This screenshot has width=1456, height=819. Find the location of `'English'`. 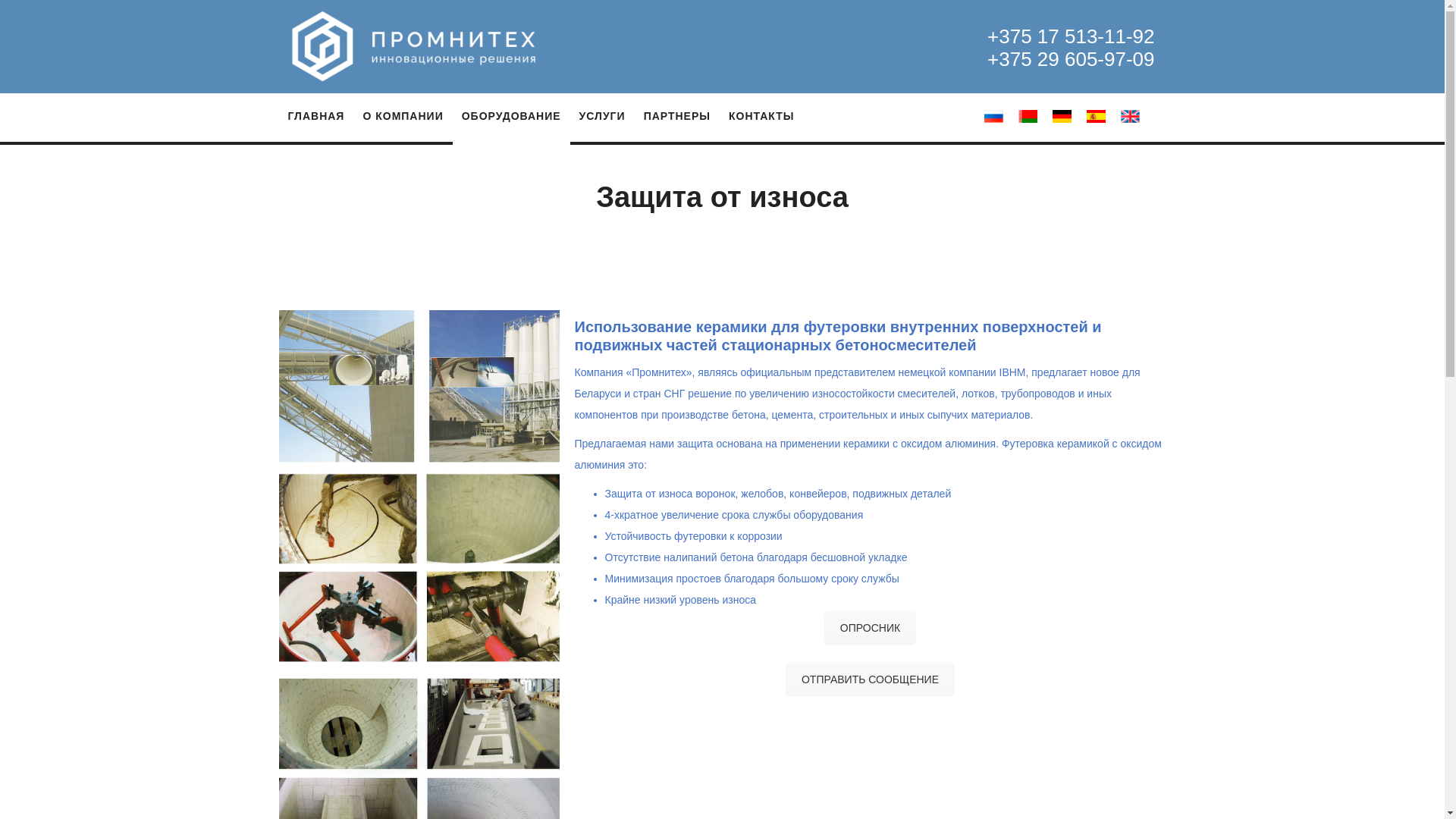

'English' is located at coordinates (1130, 115).